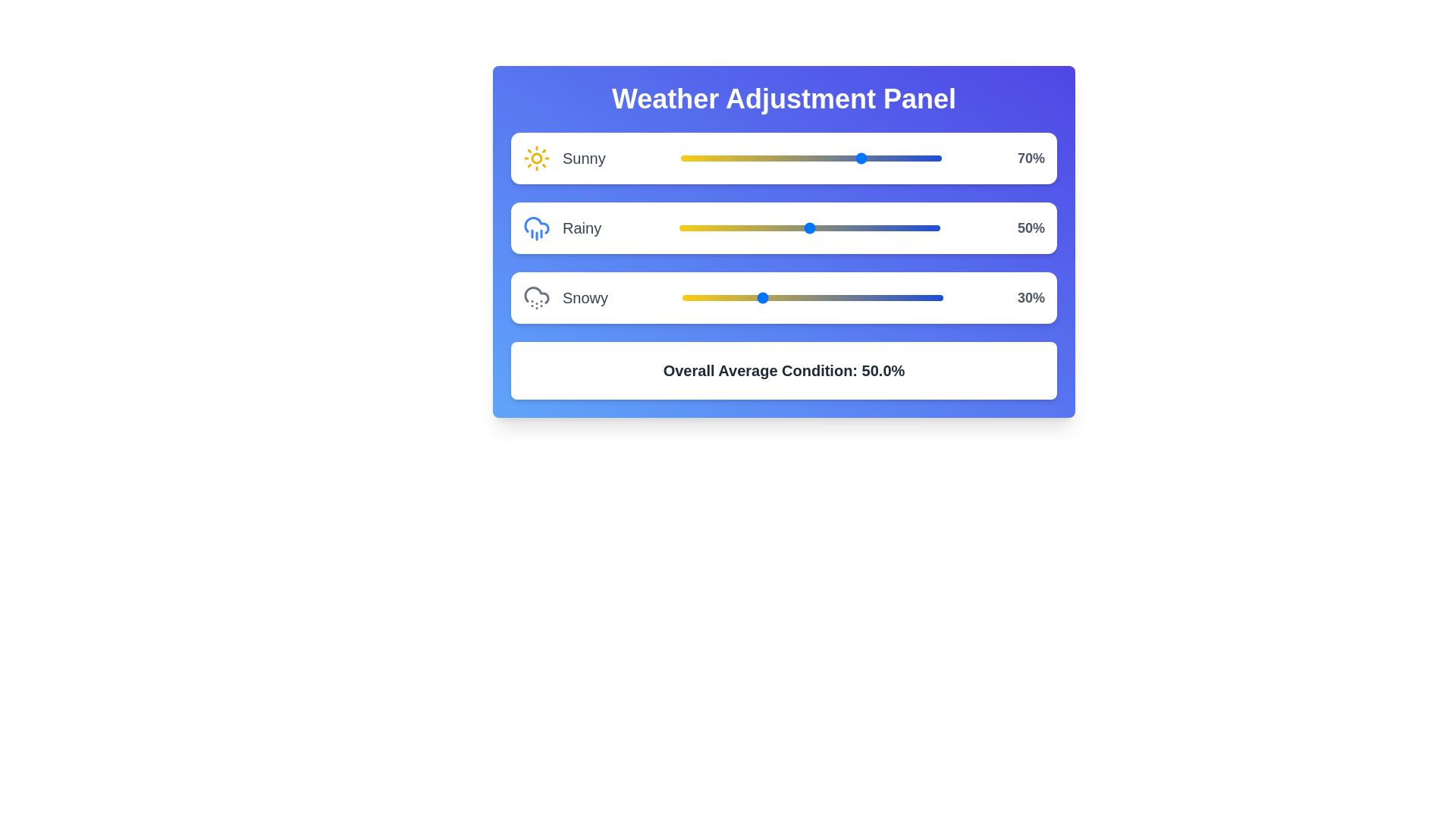 This screenshot has height=819, width=1456. What do you see at coordinates (682, 155) in the screenshot?
I see `the 'Sunny' slider` at bounding box center [682, 155].